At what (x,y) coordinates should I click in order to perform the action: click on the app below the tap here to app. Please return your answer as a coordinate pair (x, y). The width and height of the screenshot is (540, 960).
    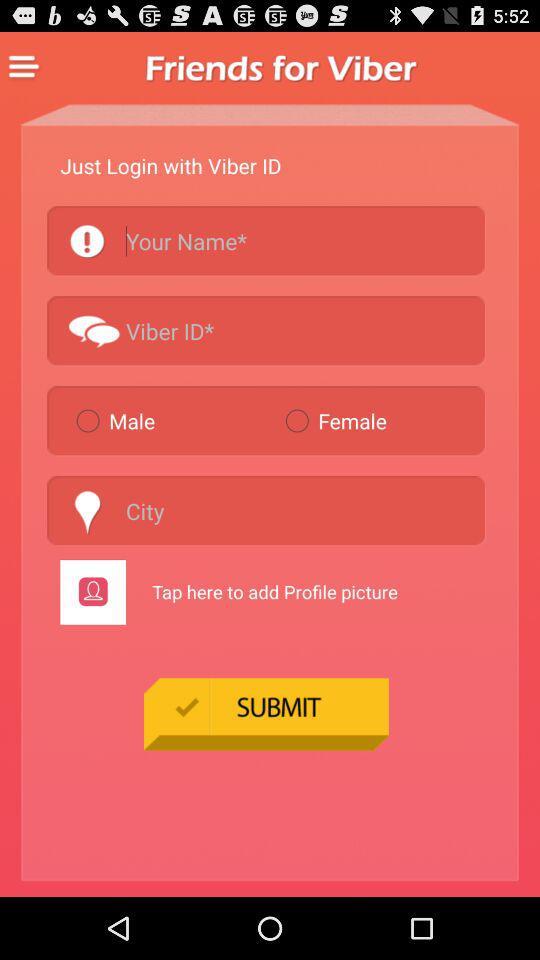
    Looking at the image, I should click on (266, 714).